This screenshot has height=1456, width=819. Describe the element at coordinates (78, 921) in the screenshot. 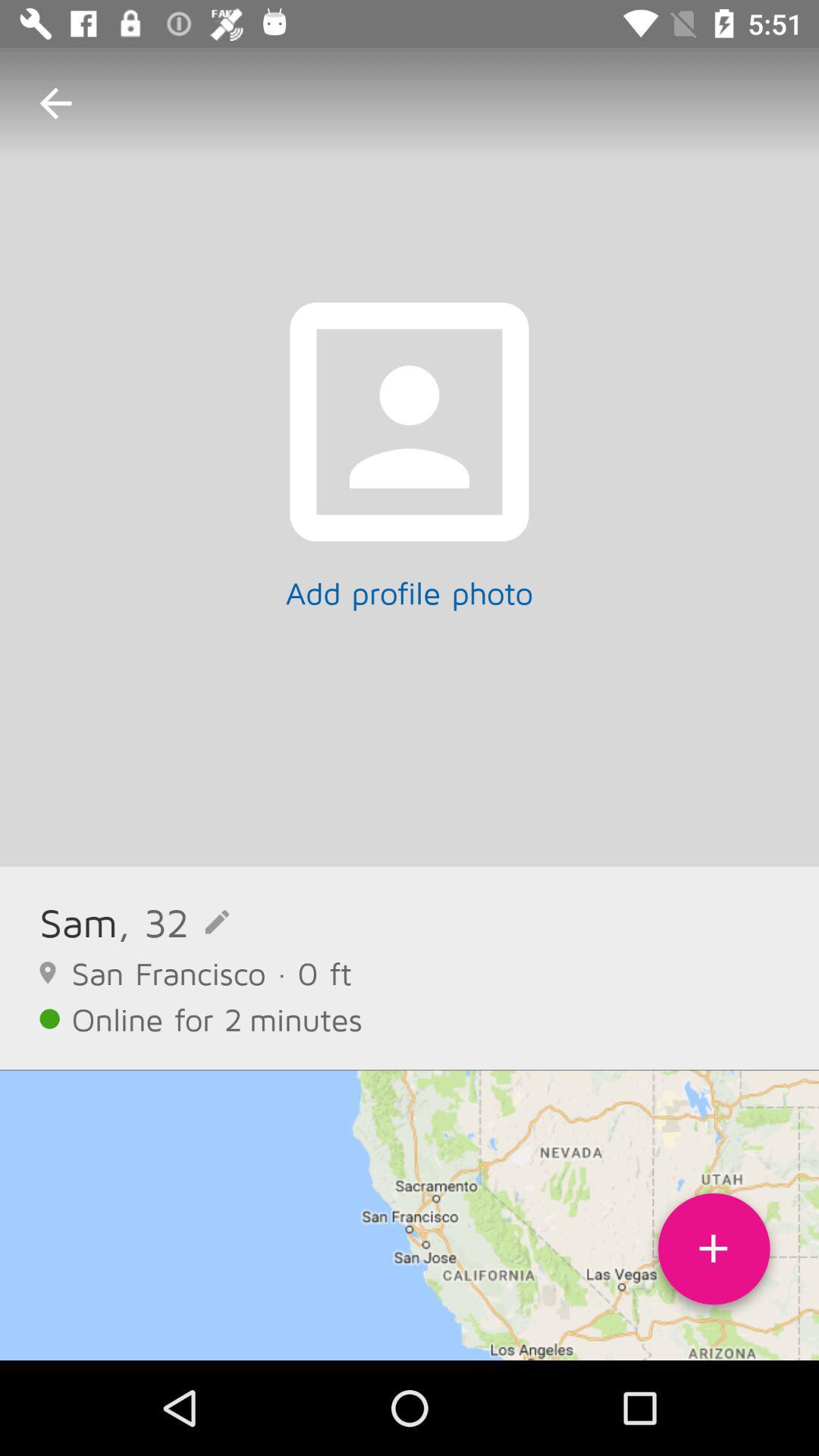

I see `icon to the left of , 32 icon` at that location.